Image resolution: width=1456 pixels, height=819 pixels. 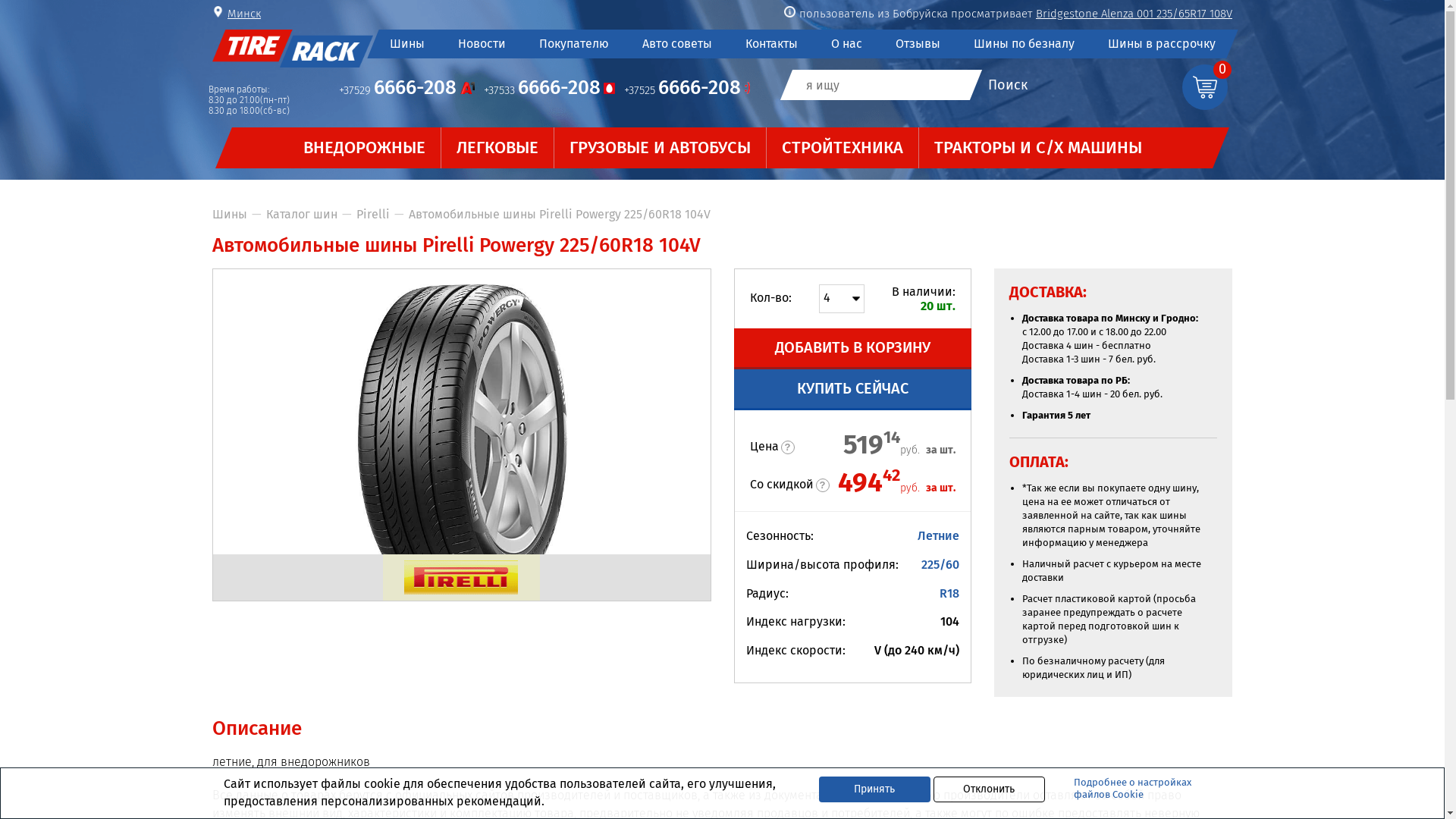 I want to click on 'Pirelli', so click(x=356, y=214).